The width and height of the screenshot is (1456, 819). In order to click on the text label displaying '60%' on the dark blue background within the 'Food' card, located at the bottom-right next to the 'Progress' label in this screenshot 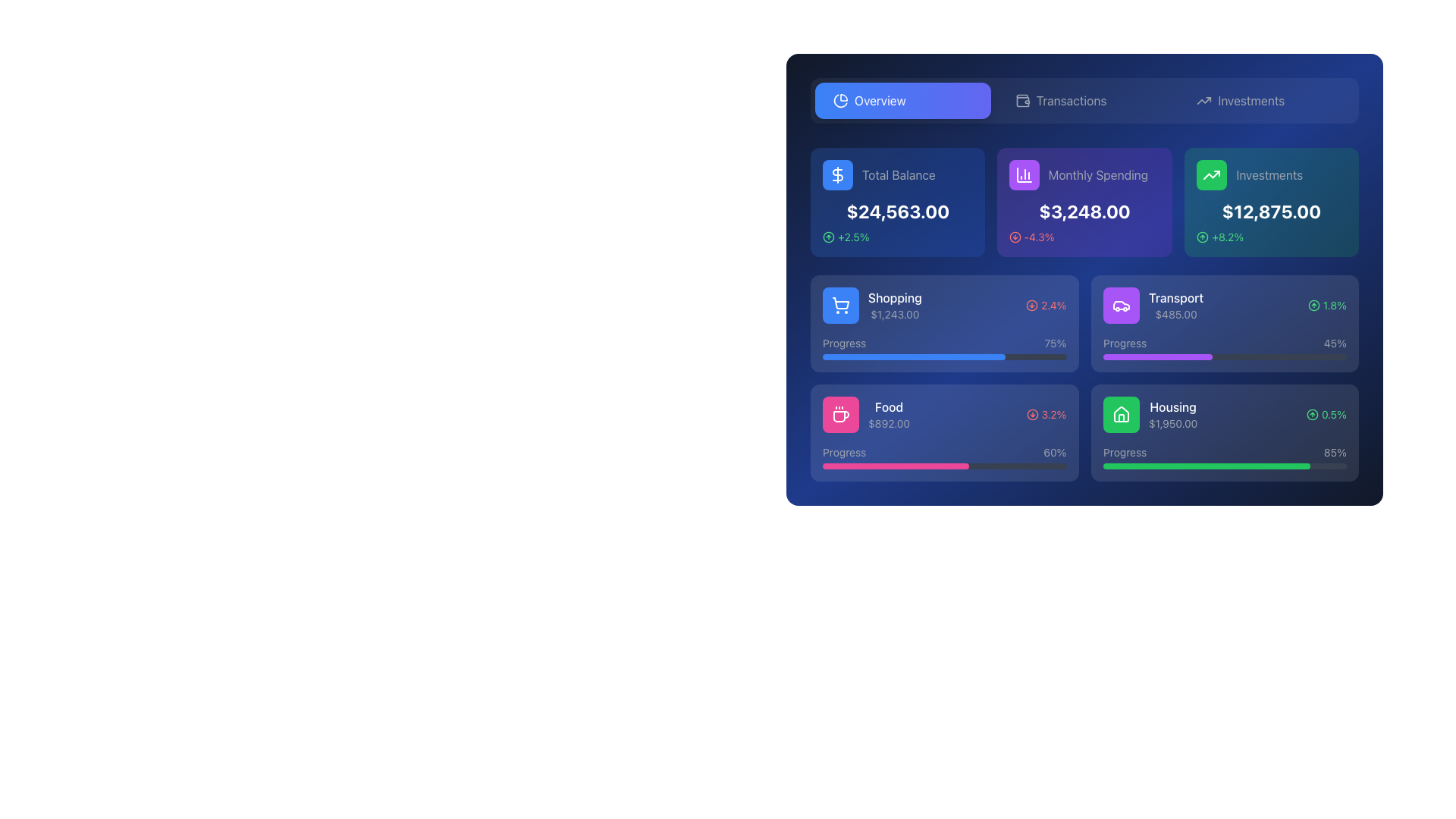, I will do `click(1054, 452)`.